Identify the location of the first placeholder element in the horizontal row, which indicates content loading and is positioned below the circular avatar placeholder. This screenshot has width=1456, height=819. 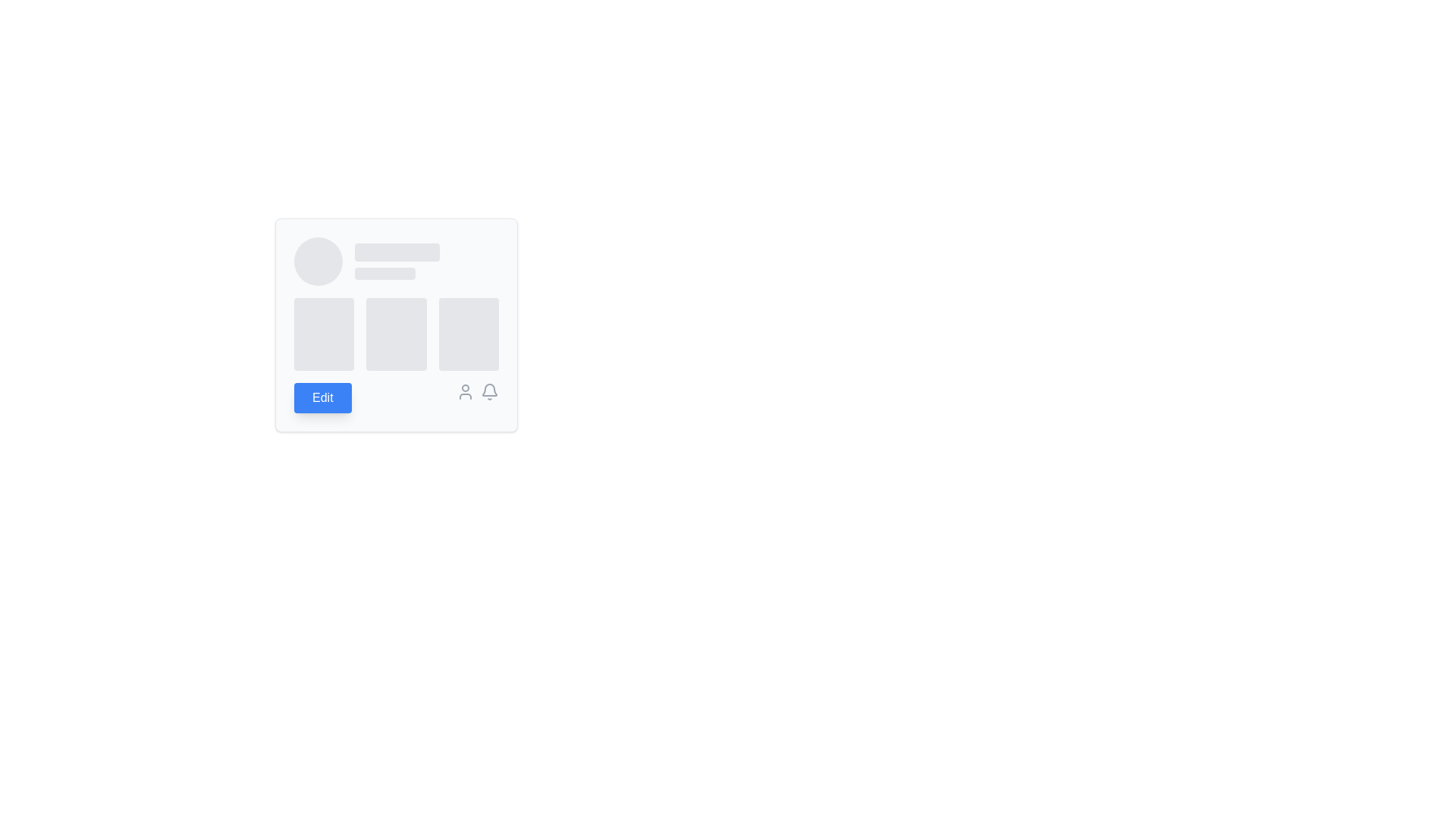
(323, 333).